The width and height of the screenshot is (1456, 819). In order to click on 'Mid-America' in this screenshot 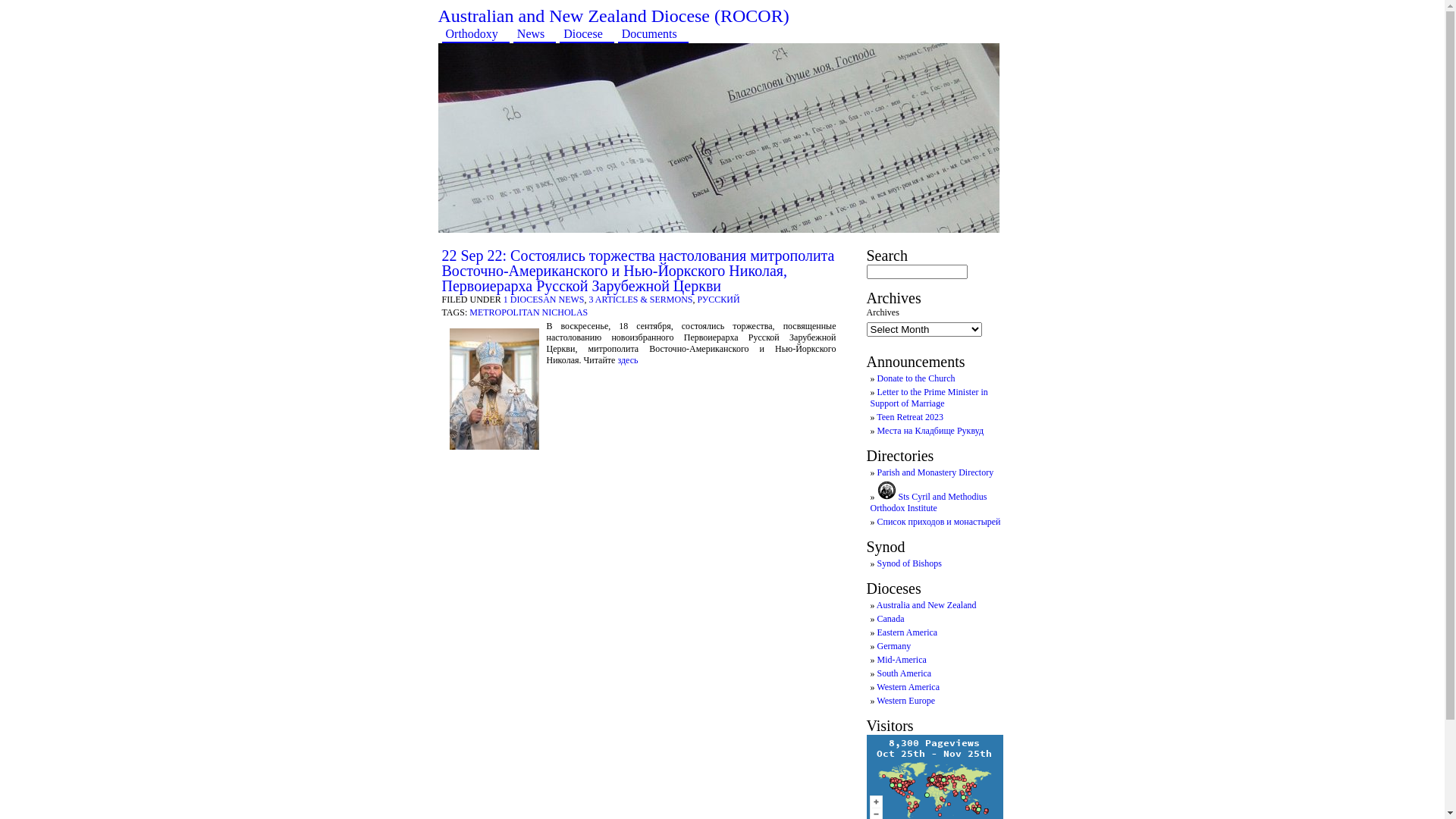, I will do `click(901, 659)`.